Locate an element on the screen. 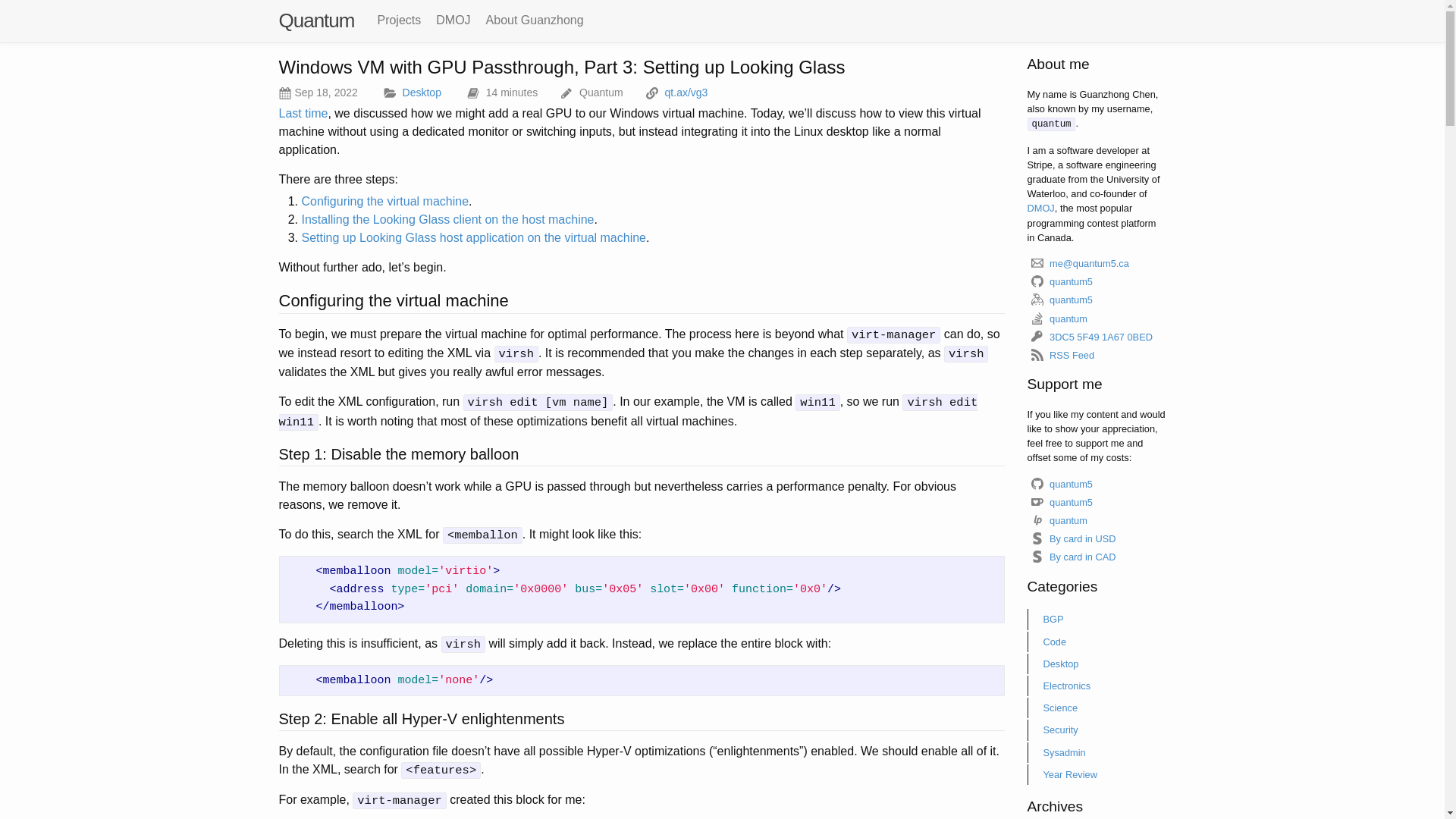 The width and height of the screenshot is (1456, 819). 'Configuring the virtual machine' is located at coordinates (385, 200).